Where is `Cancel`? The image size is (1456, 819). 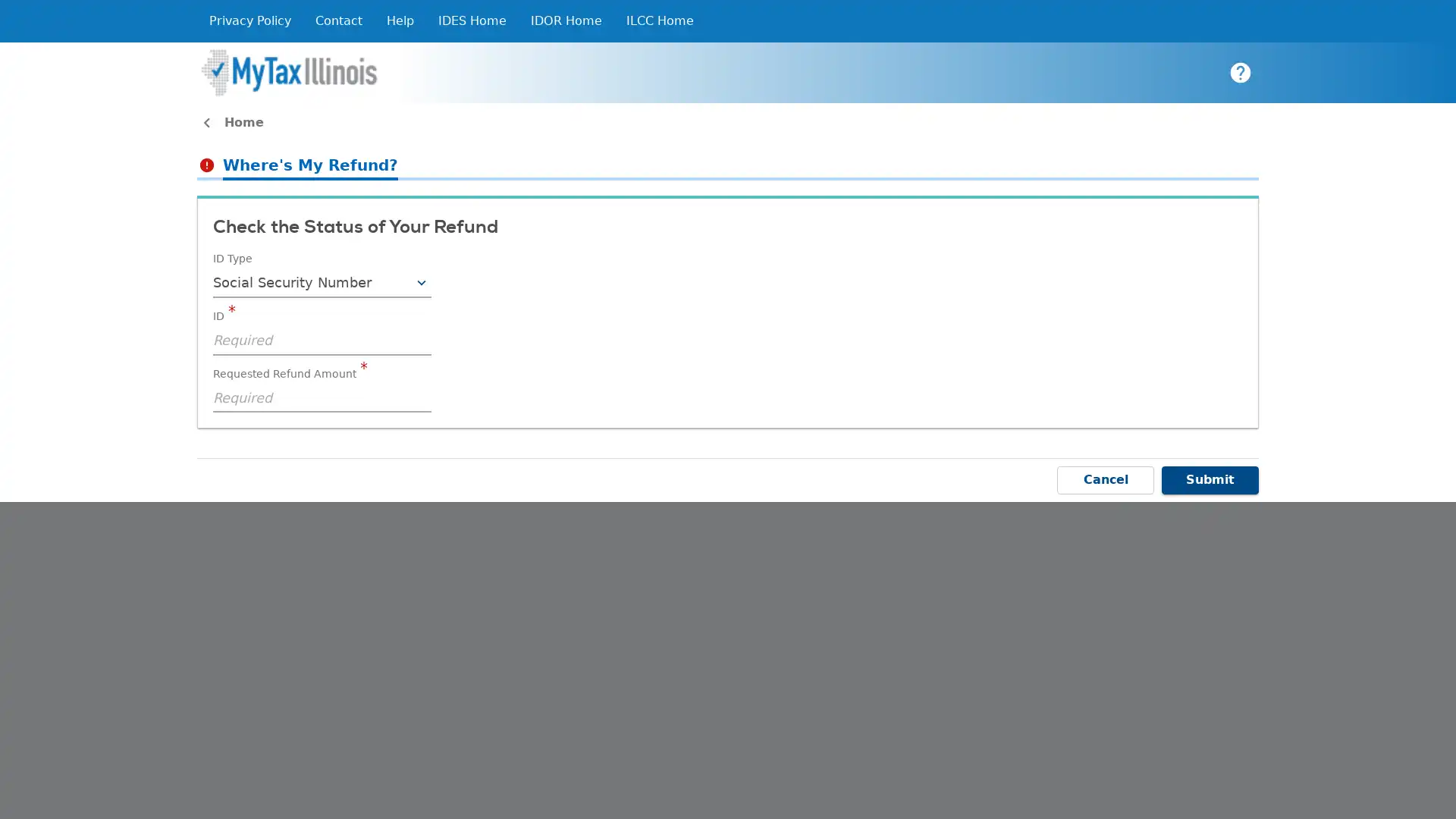 Cancel is located at coordinates (1106, 479).